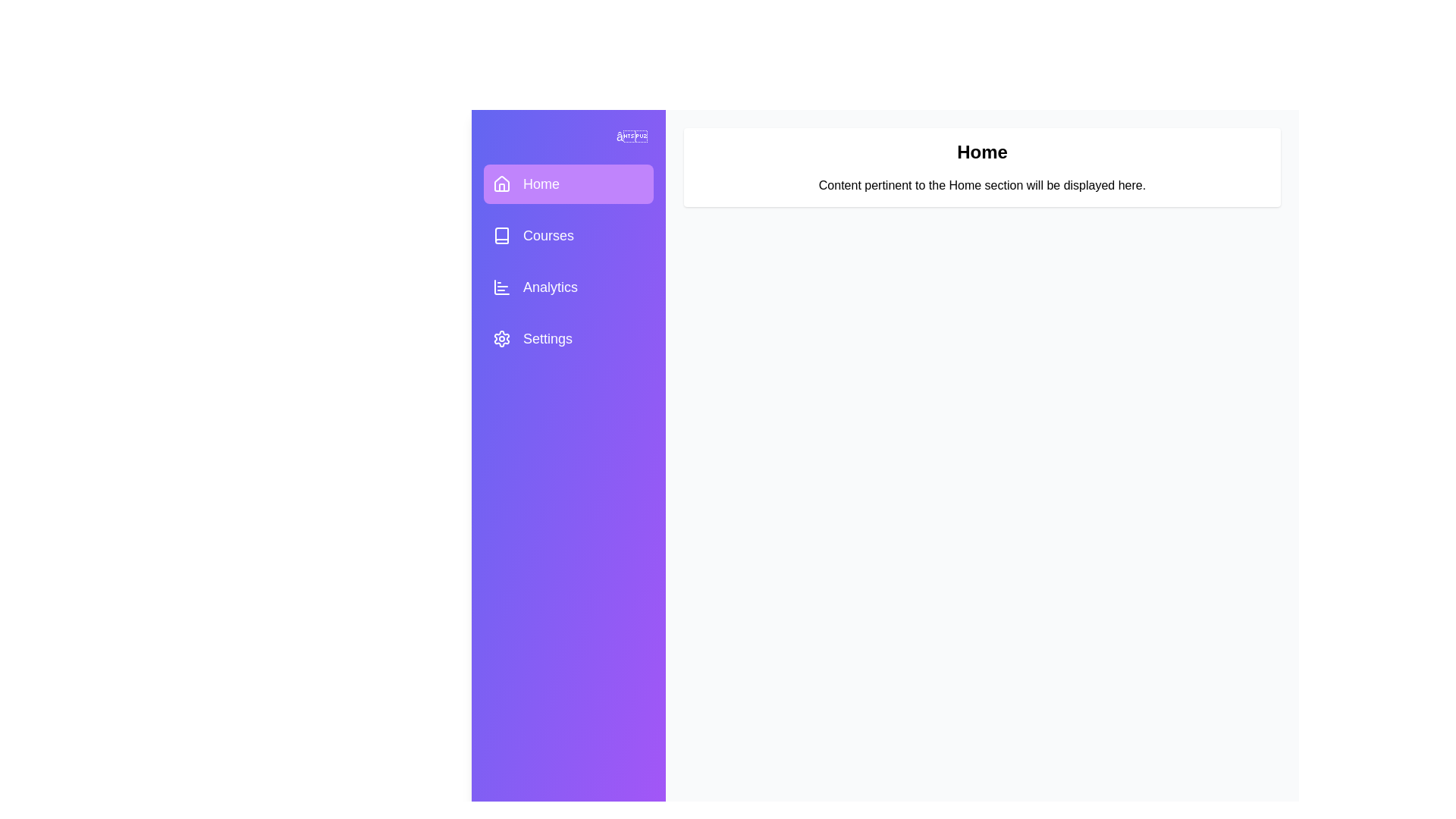 Image resolution: width=1456 pixels, height=819 pixels. What do you see at coordinates (567, 184) in the screenshot?
I see `the Home tab to see its hover effect` at bounding box center [567, 184].